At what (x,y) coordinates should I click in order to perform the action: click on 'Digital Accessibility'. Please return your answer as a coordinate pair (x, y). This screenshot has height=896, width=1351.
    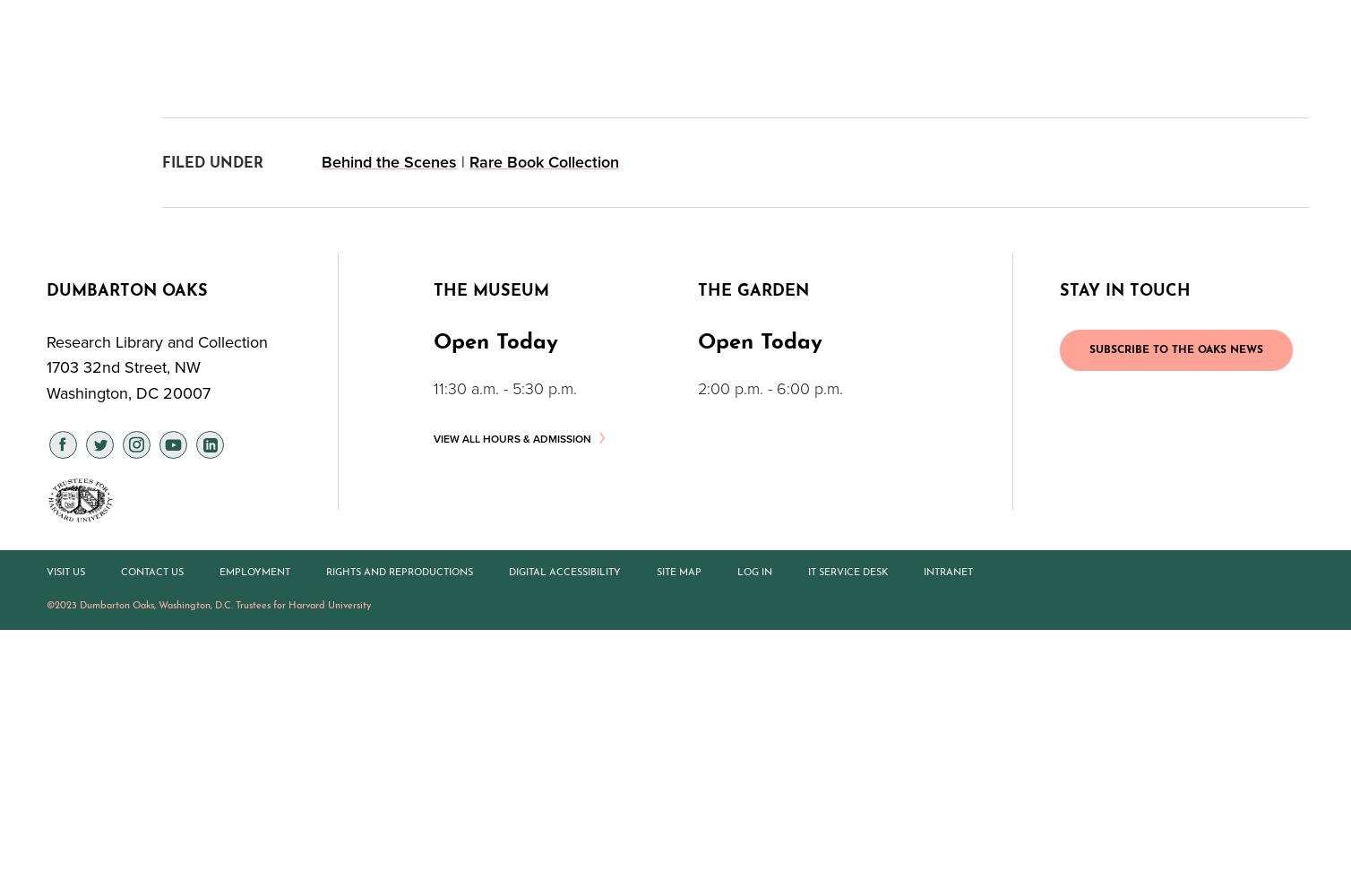
    Looking at the image, I should click on (564, 572).